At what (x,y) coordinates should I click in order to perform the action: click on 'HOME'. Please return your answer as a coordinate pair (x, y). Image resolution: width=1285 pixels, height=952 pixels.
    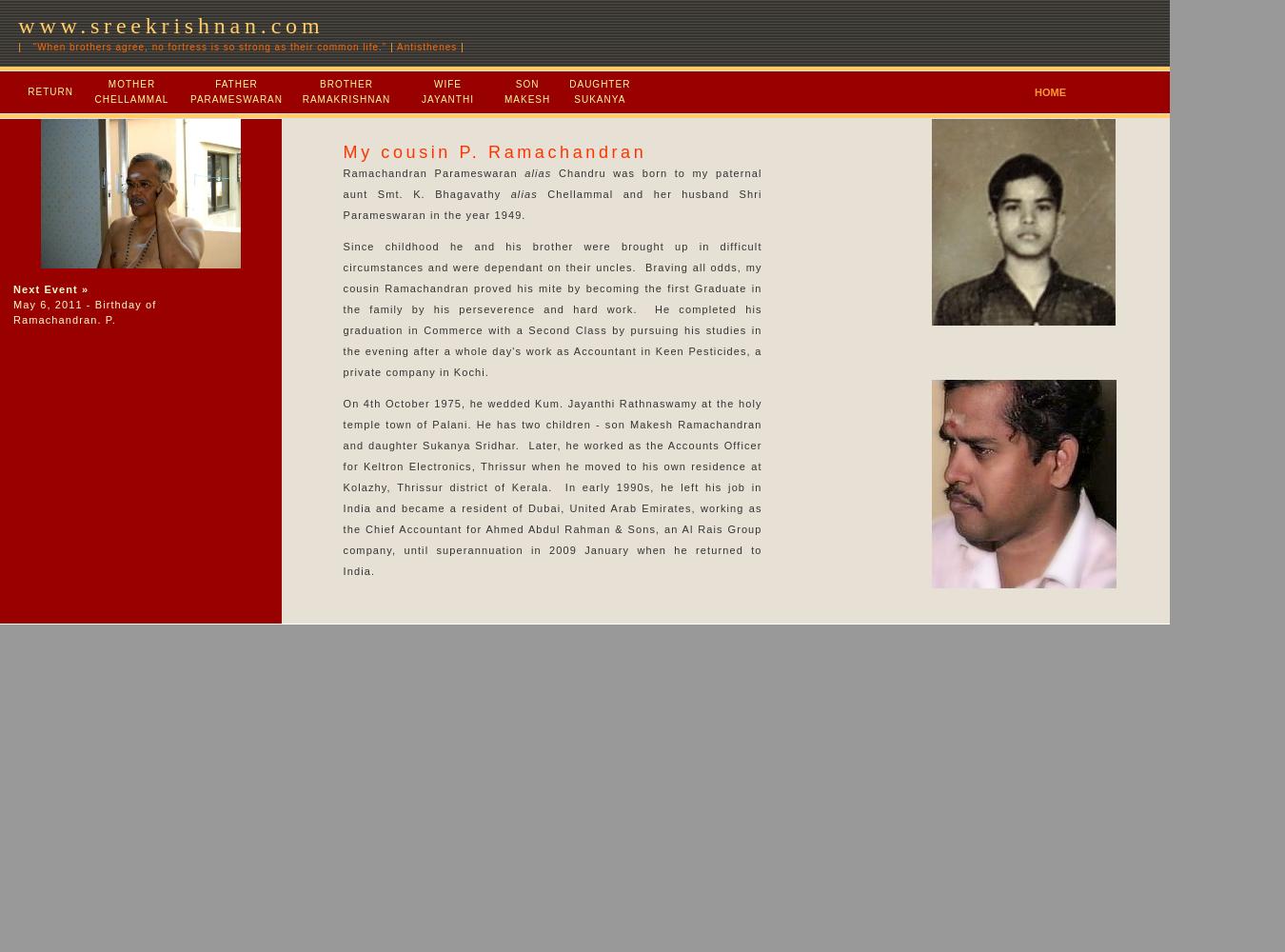
    Looking at the image, I should click on (1050, 91).